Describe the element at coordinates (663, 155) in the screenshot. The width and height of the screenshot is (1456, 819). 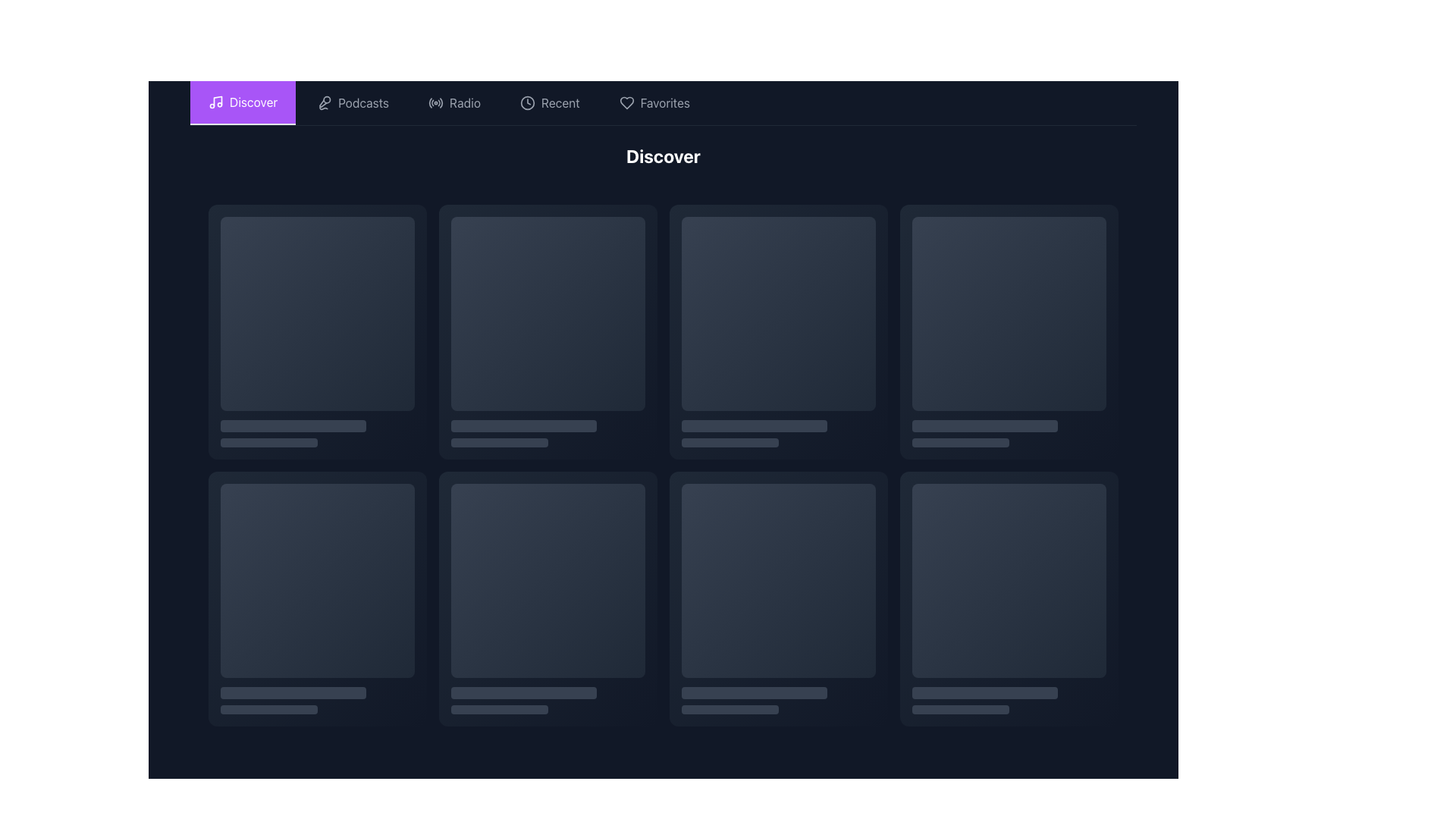
I see `the 'Discover' heading displayed prominently at the top center of the content section` at that location.